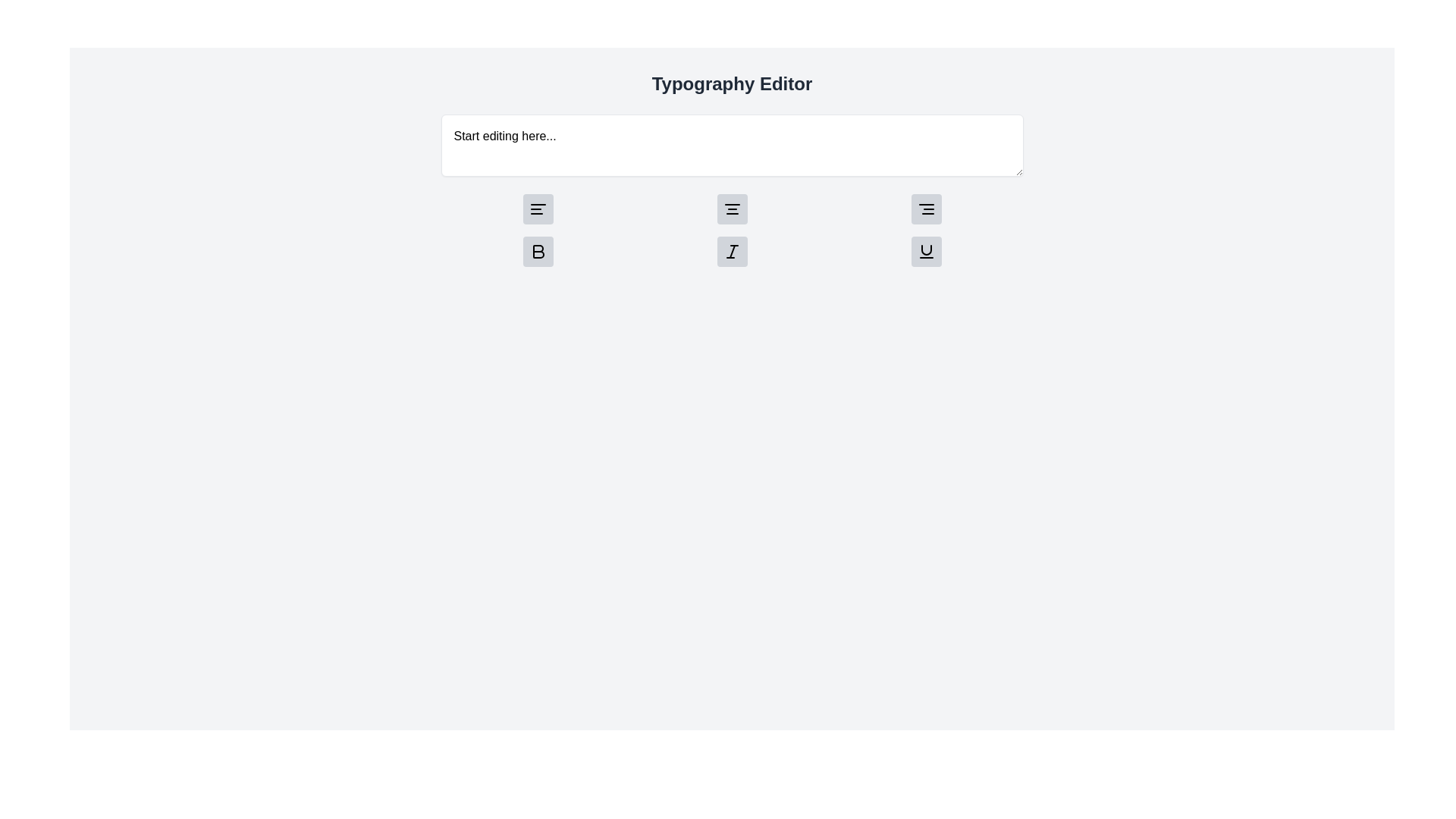 Image resolution: width=1456 pixels, height=819 pixels. Describe the element at coordinates (732, 209) in the screenshot. I see `the center alignment button located in the grid of buttons below the 'Typography Editor' text input field` at that location.